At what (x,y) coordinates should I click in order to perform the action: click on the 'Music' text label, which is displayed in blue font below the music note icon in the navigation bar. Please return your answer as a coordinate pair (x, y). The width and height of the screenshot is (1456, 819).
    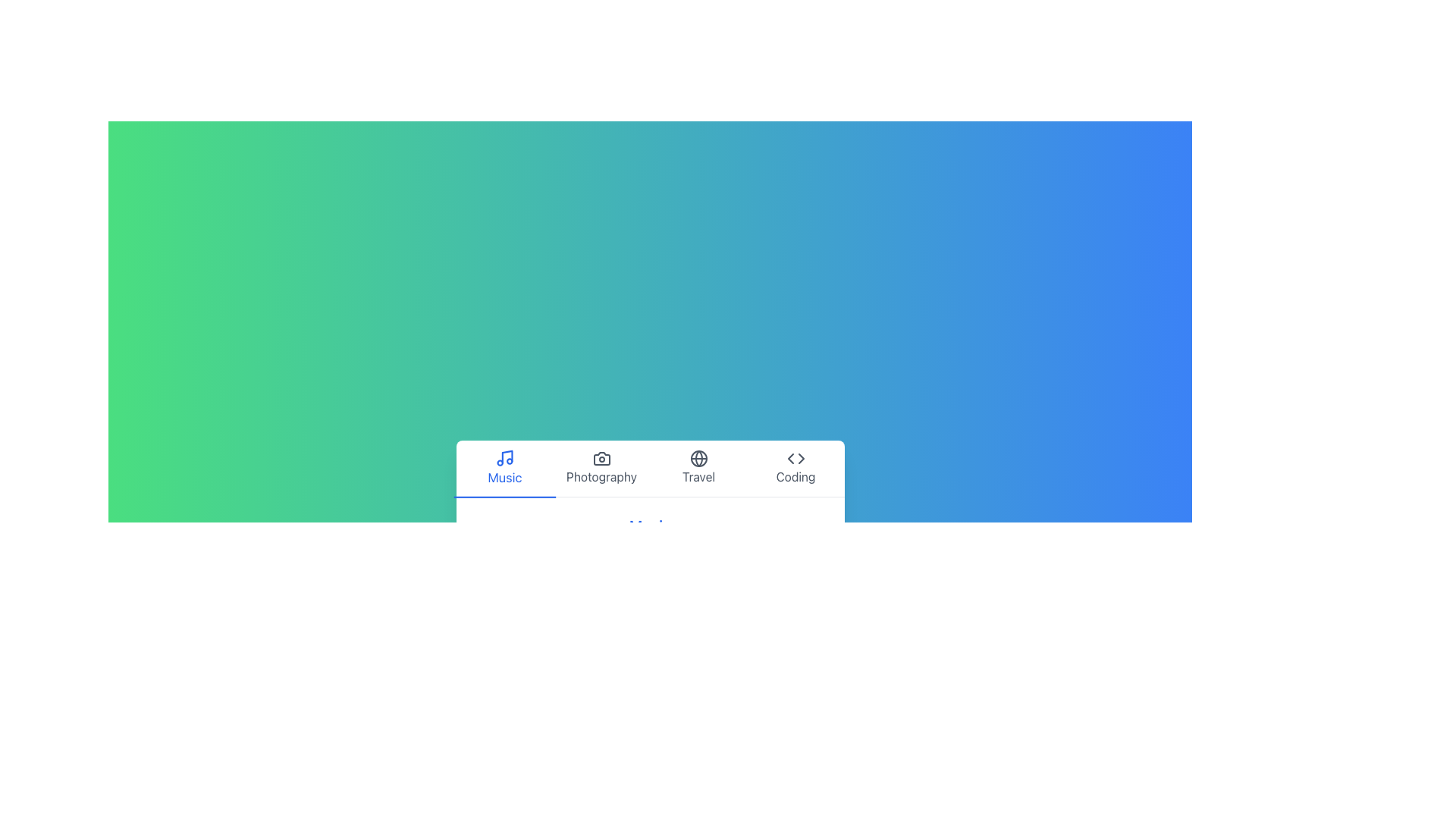
    Looking at the image, I should click on (504, 476).